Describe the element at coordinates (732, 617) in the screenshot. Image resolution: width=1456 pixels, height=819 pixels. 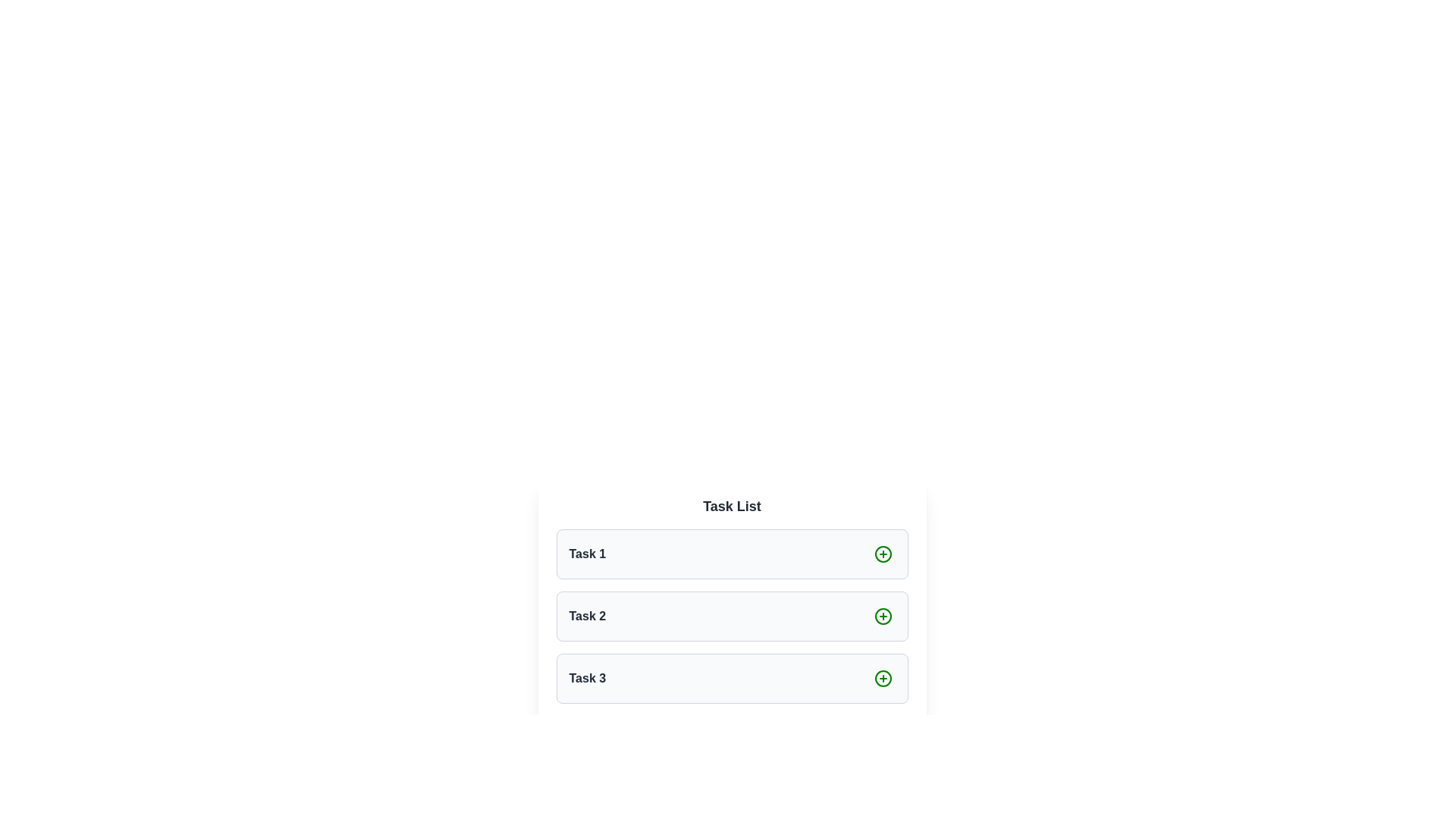
I see `the second task item labeled 'Task 2' in the task list` at that location.